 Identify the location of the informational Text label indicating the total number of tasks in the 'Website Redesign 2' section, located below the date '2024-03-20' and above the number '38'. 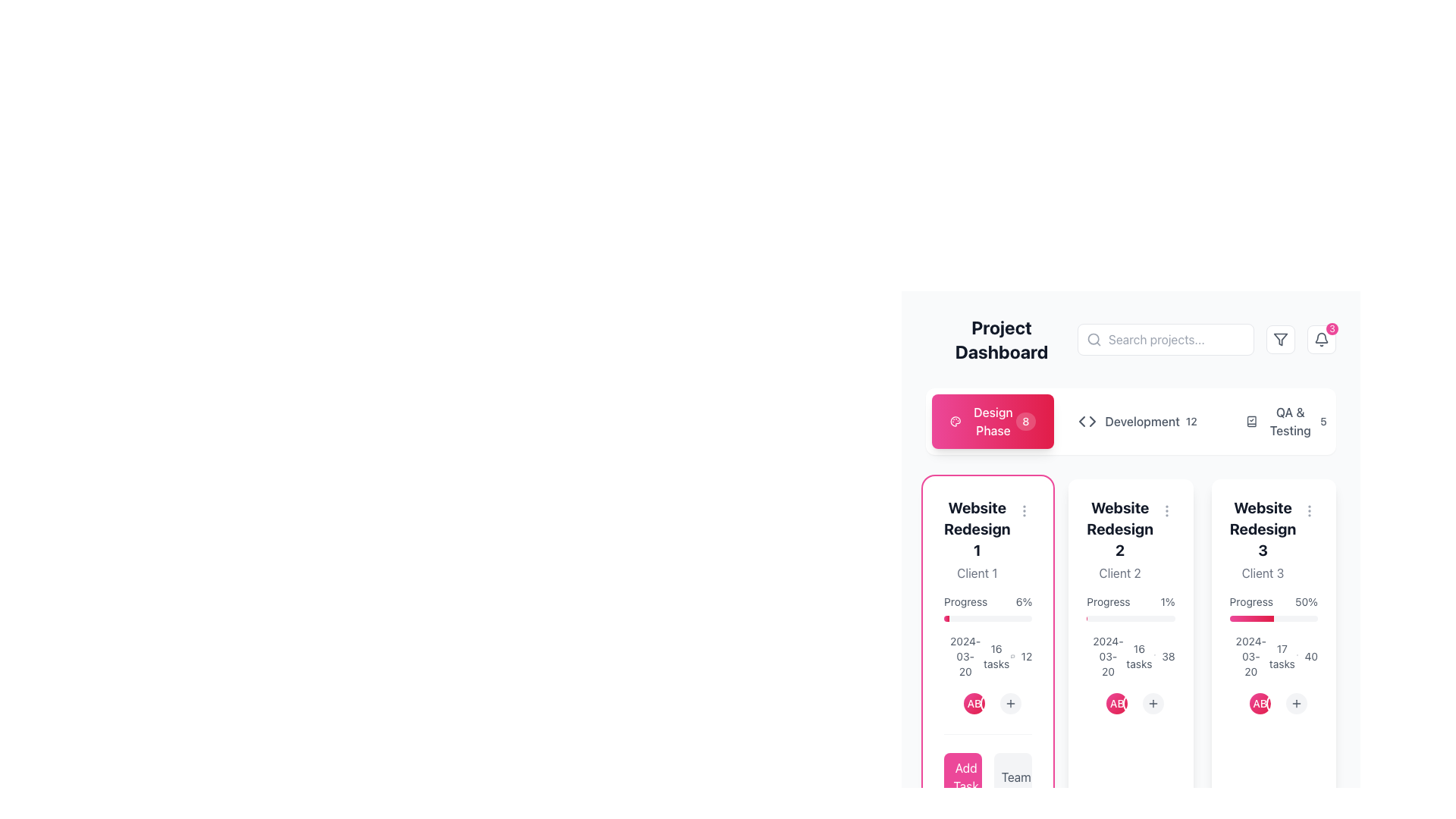
(1139, 656).